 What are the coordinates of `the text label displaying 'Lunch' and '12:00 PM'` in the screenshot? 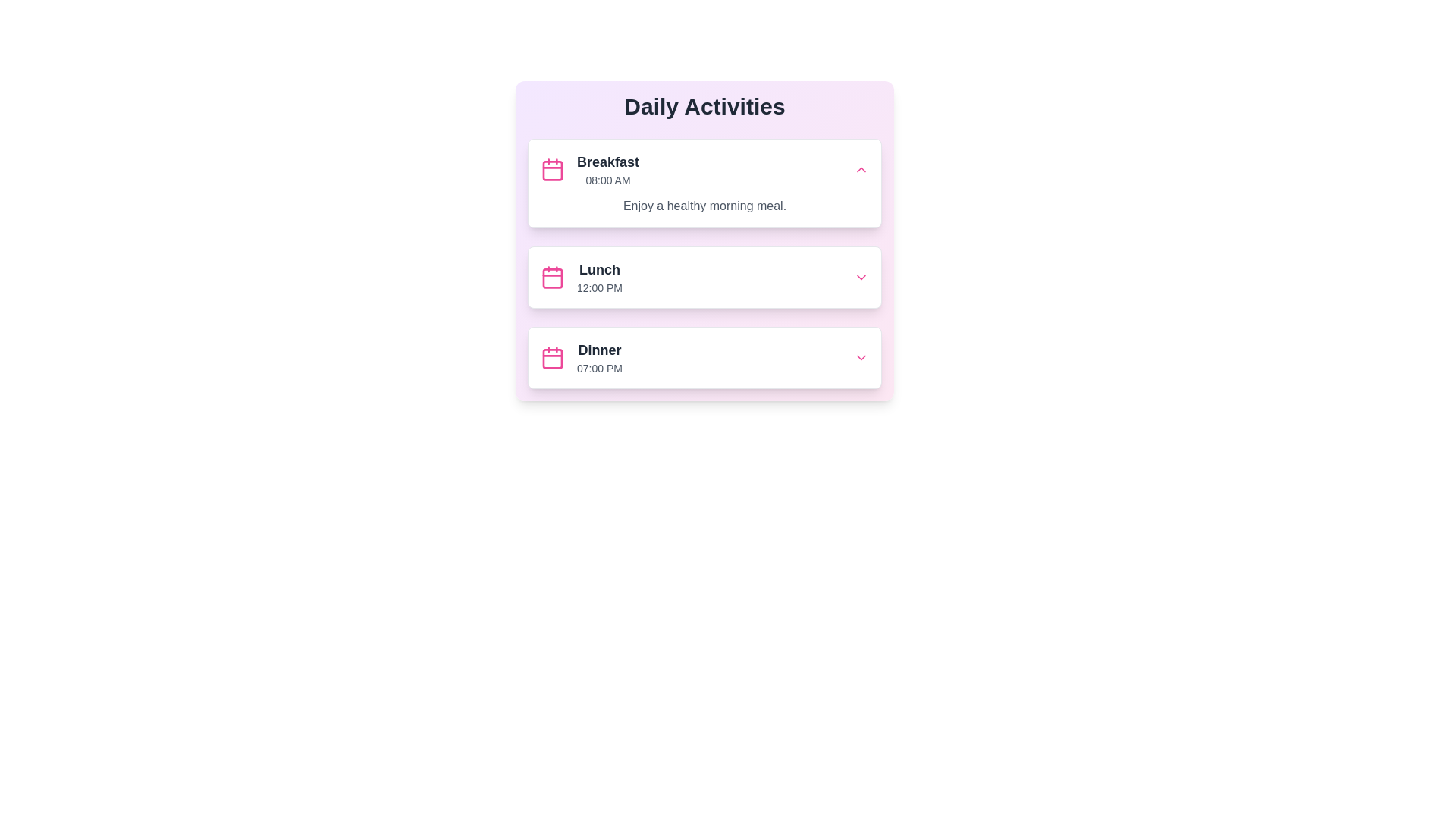 It's located at (599, 278).